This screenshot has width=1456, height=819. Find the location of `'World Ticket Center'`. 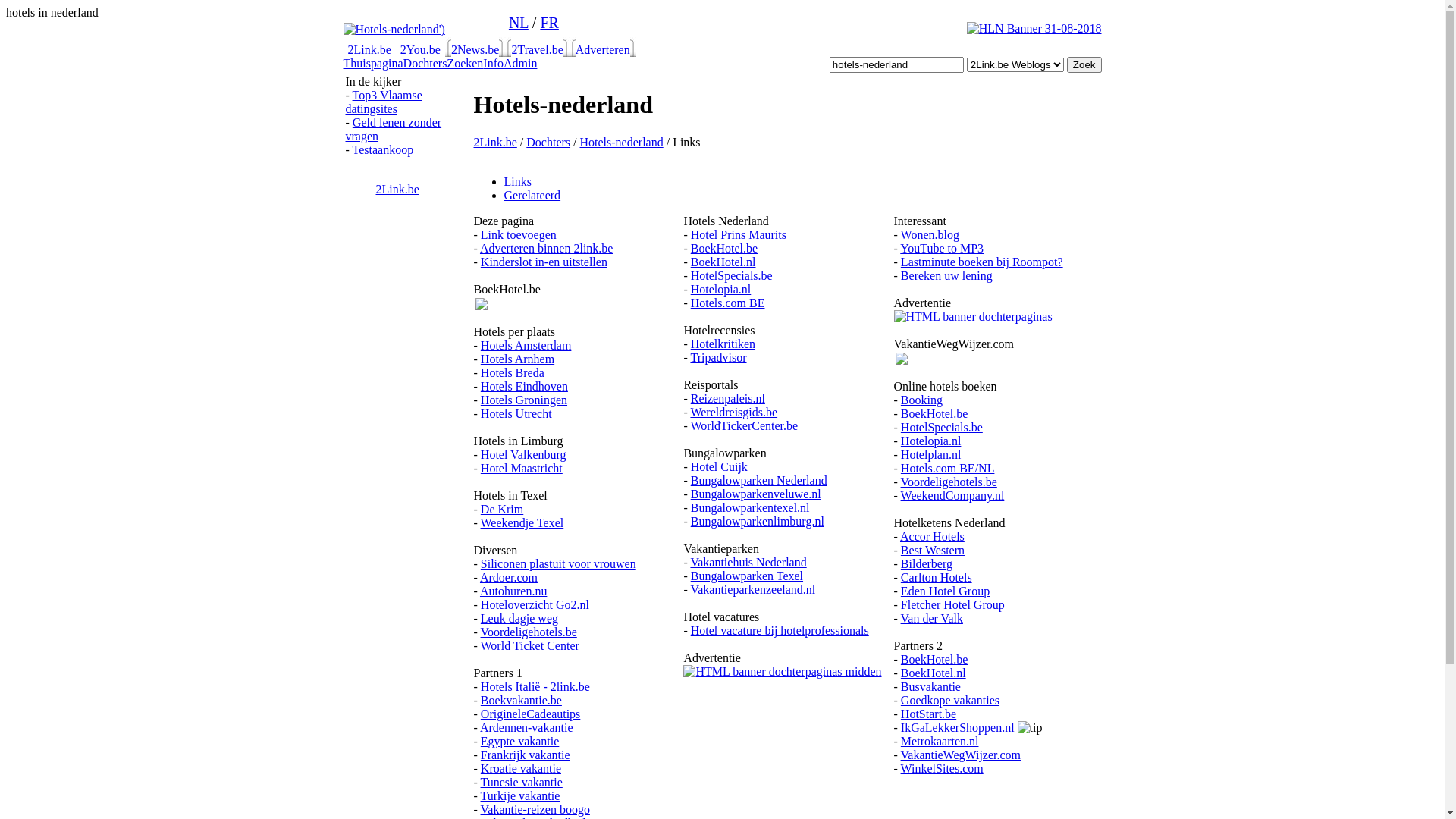

'World Ticket Center' is located at coordinates (530, 645).